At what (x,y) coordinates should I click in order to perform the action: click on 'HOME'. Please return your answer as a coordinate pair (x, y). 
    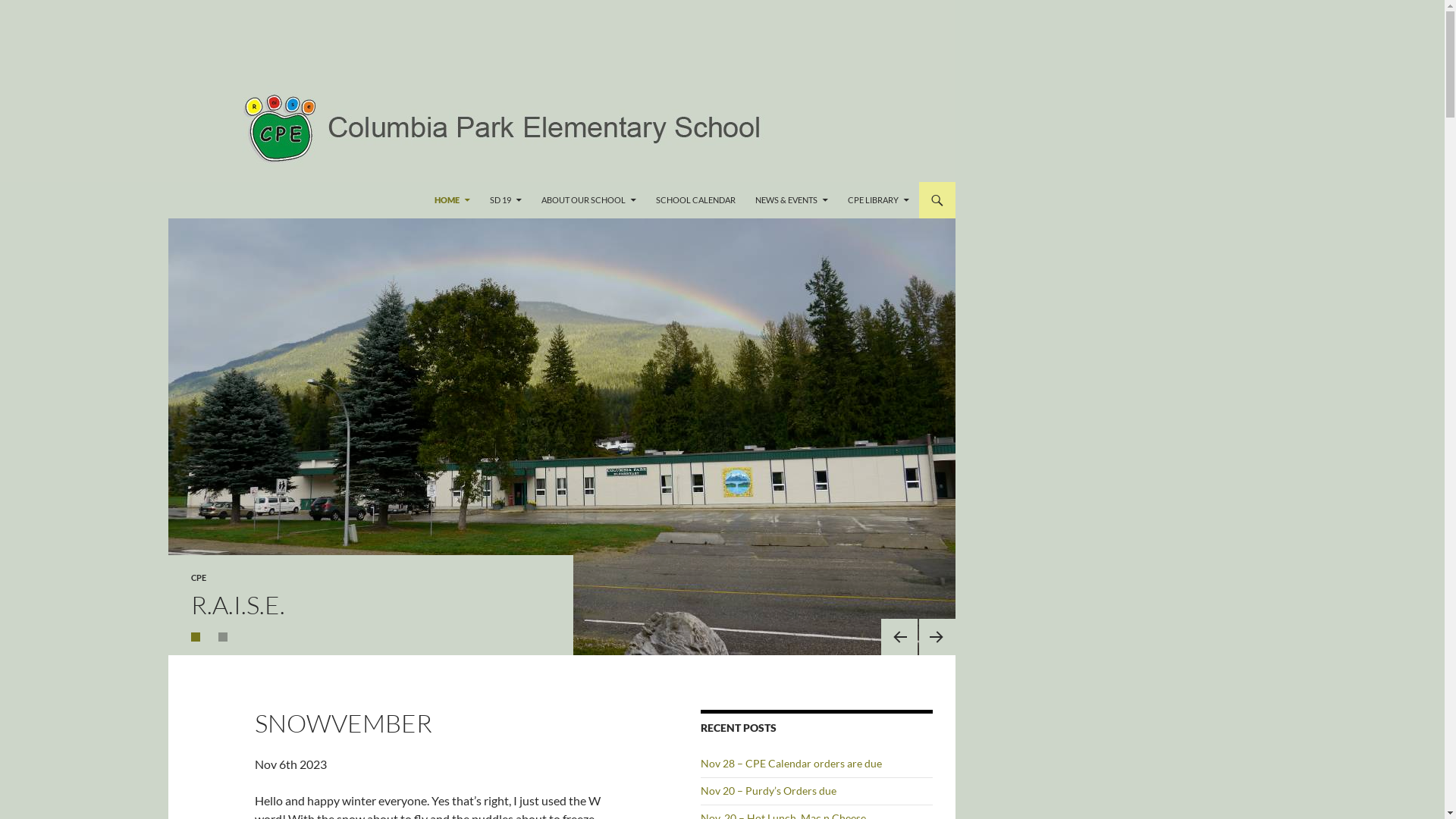
    Looking at the image, I should click on (451, 199).